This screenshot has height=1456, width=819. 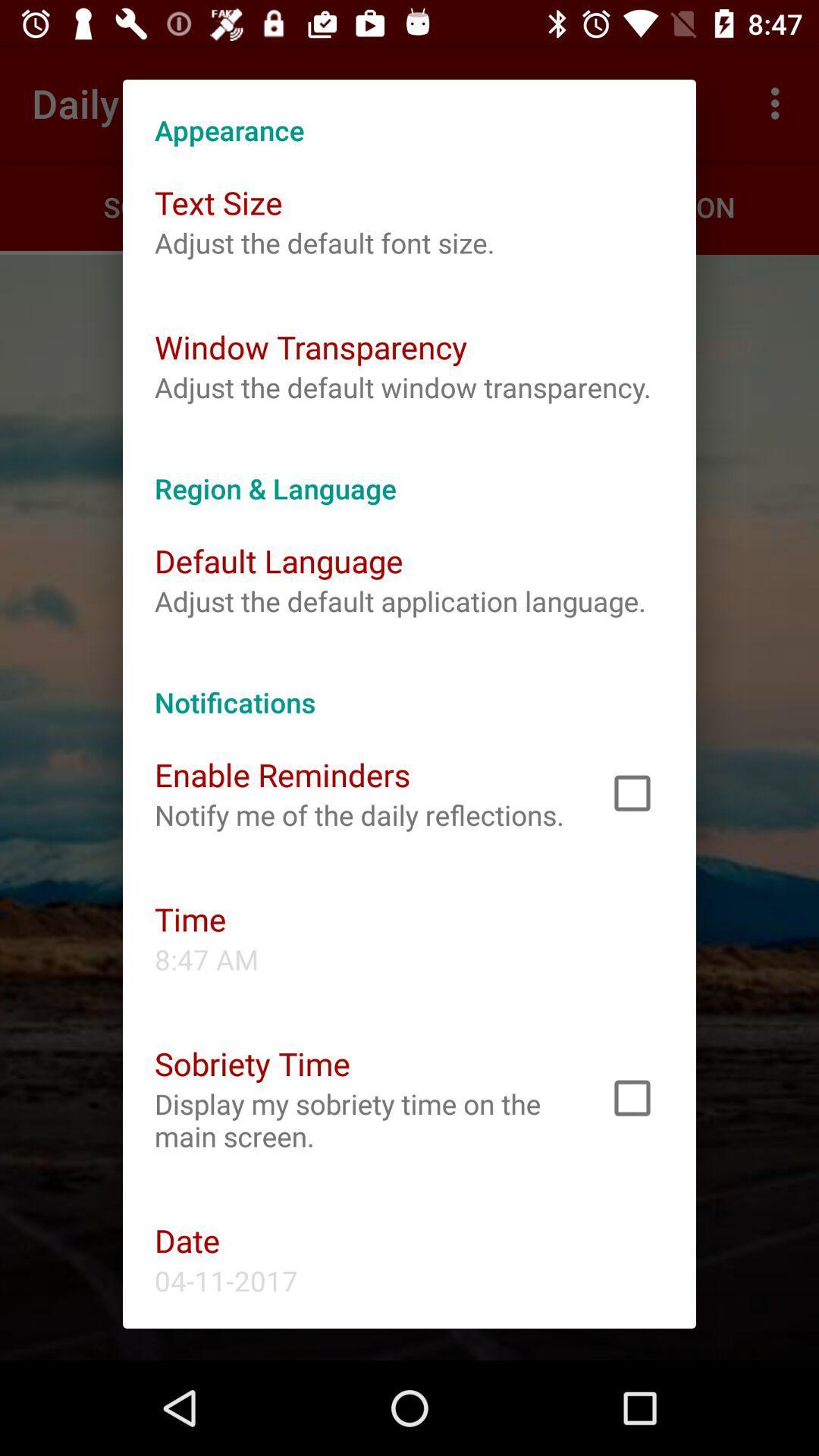 What do you see at coordinates (359, 814) in the screenshot?
I see `icon above the time item` at bounding box center [359, 814].